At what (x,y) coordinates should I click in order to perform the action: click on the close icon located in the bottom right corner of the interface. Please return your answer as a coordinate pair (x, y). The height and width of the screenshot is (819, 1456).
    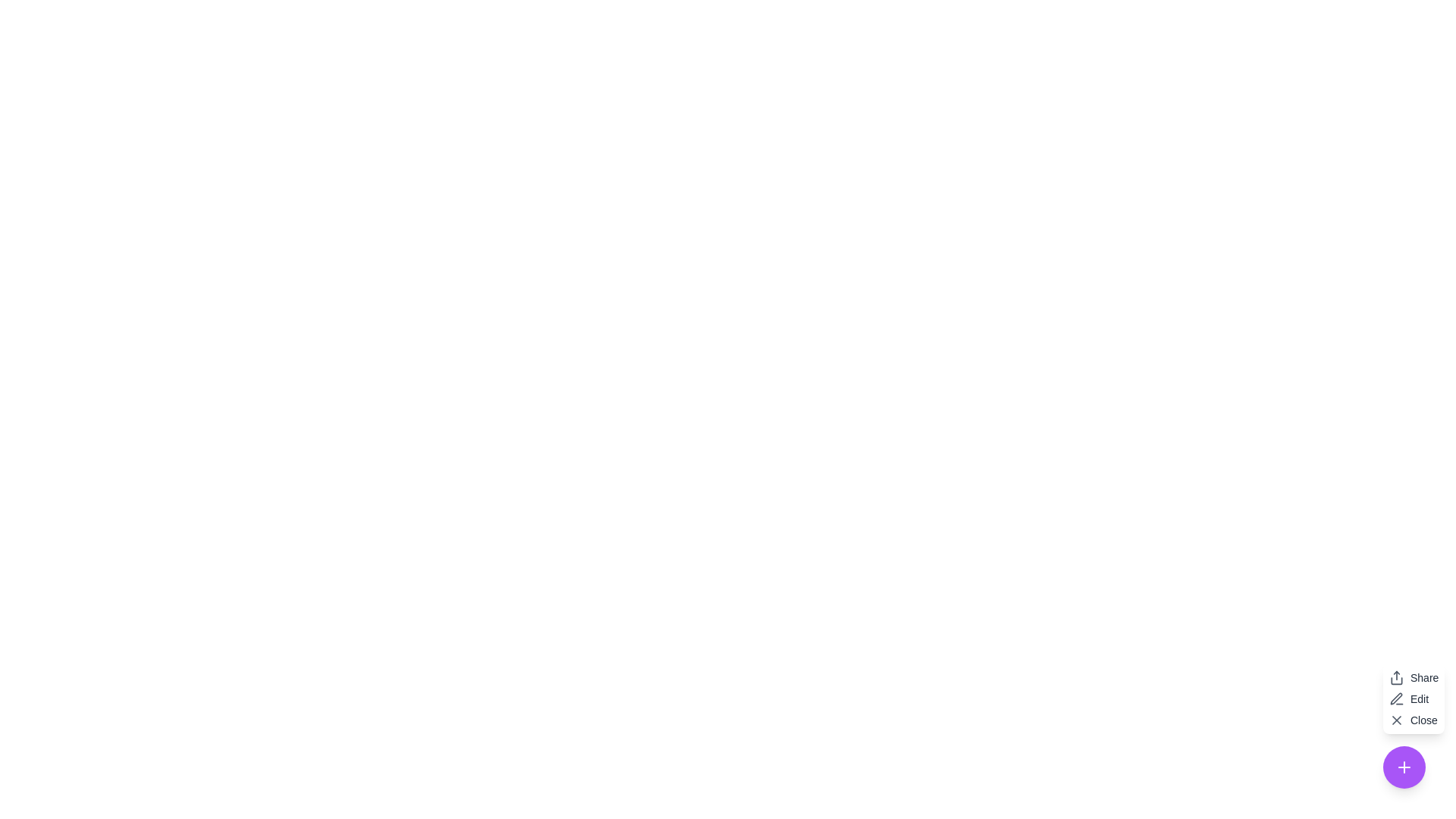
    Looking at the image, I should click on (1396, 719).